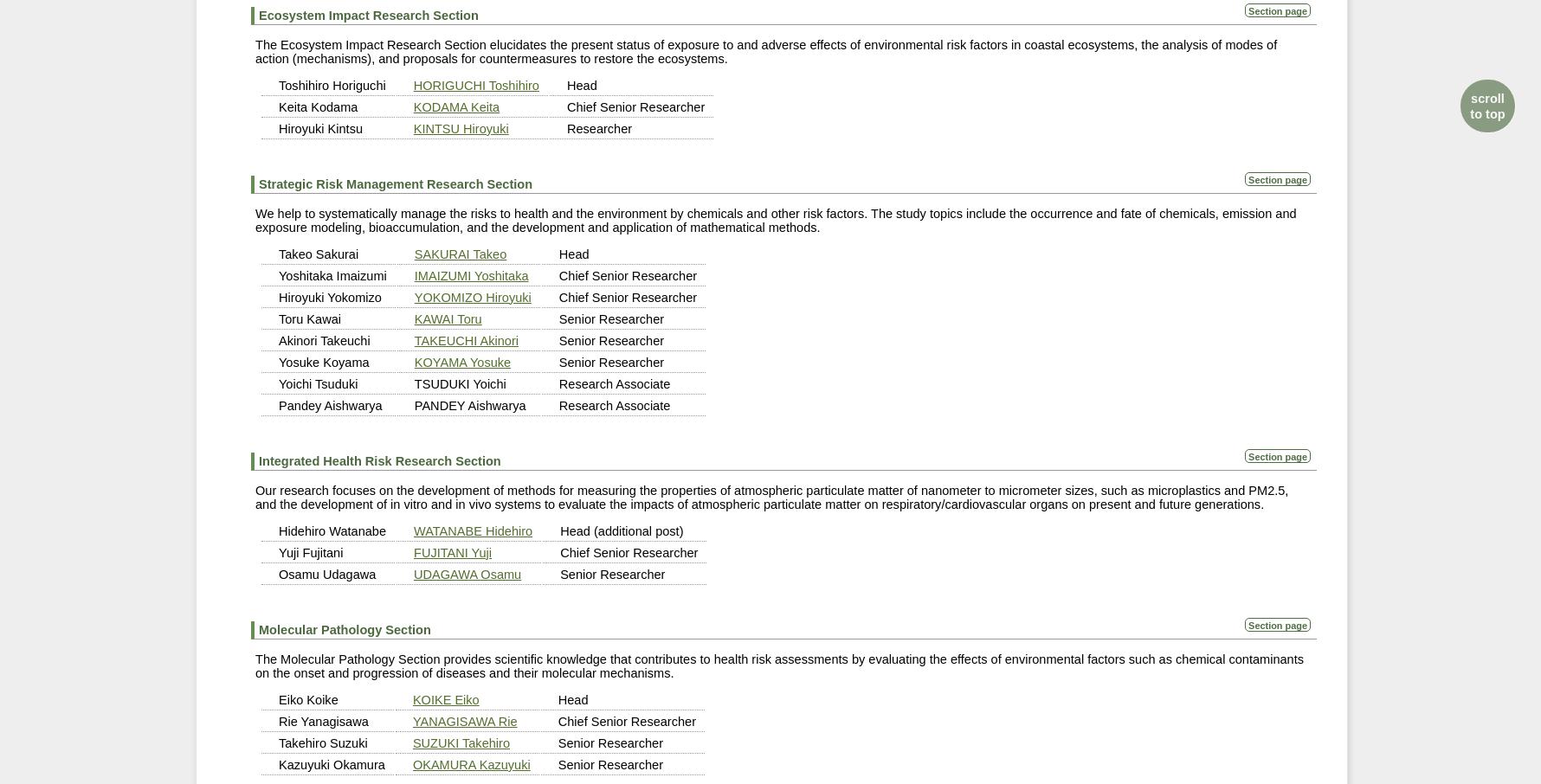  Describe the element at coordinates (323, 339) in the screenshot. I see `'Akinori Takeuchi'` at that location.